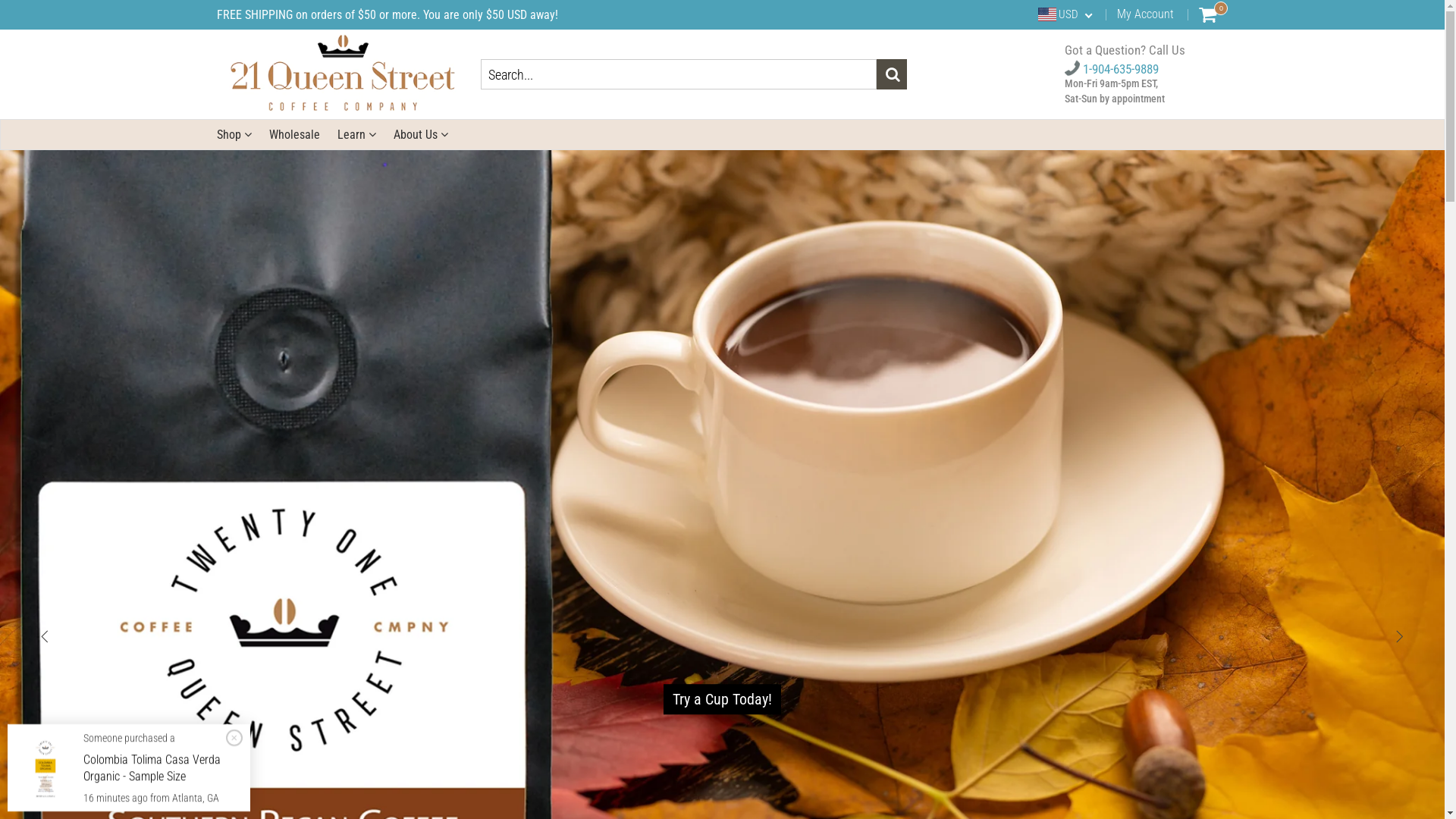 This screenshot has width=1456, height=819. I want to click on 'Colombia Tolima Casa Verda Organic - Sample Size', so click(152, 767).